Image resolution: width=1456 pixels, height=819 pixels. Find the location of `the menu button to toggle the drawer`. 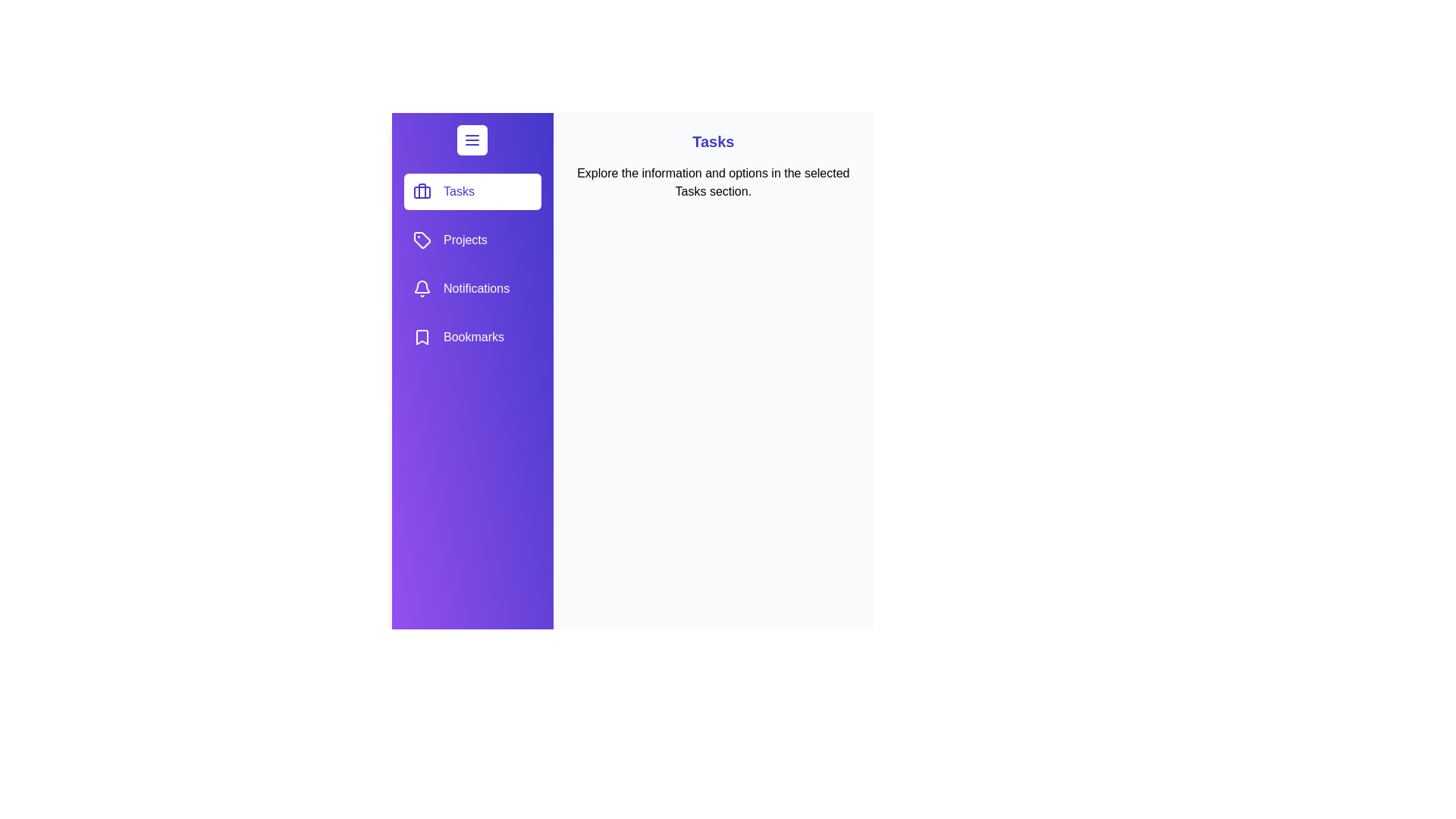

the menu button to toggle the drawer is located at coordinates (472, 140).